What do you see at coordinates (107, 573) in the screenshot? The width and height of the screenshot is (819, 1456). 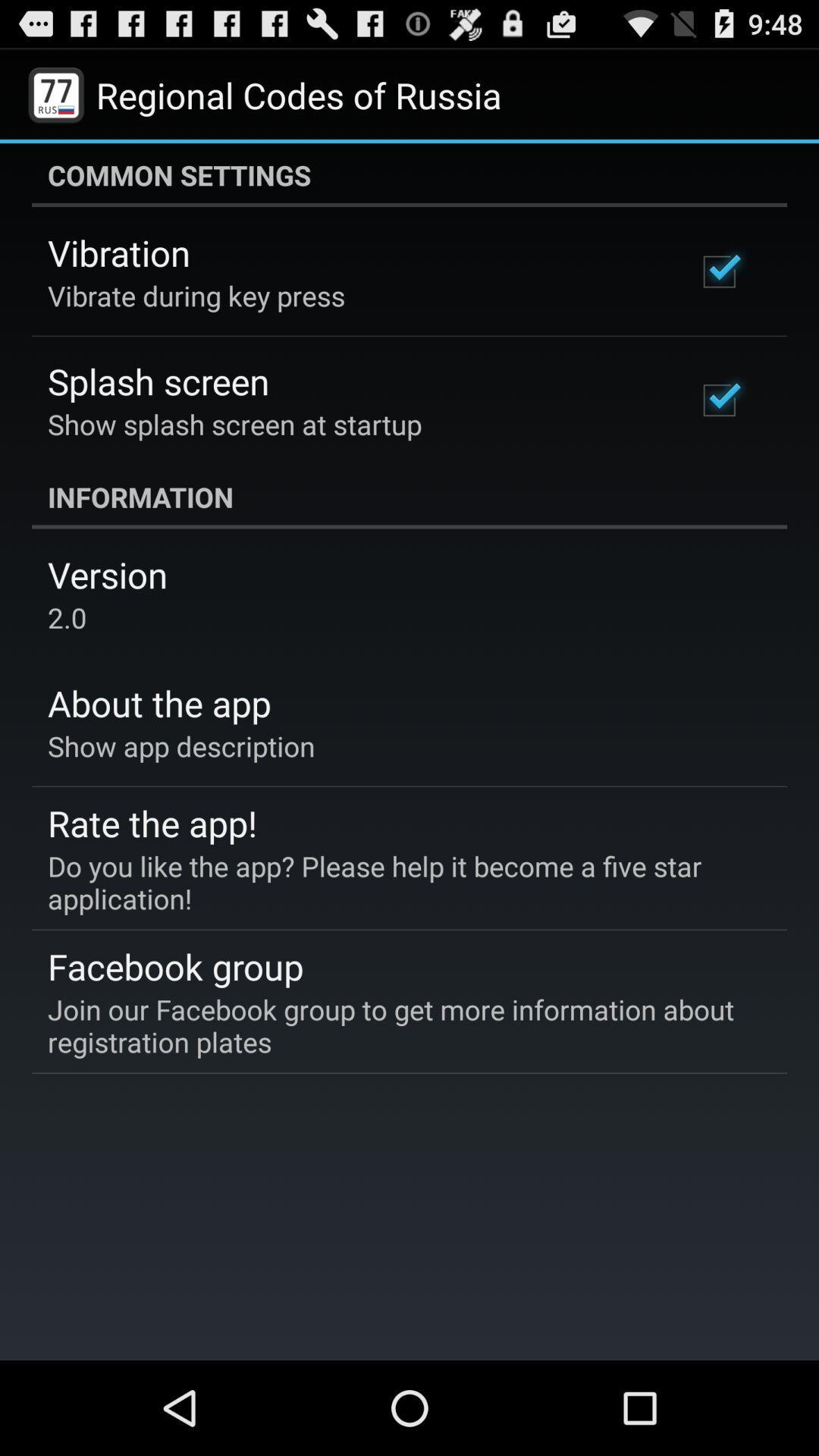 I see `the item above the 2.0 icon` at bounding box center [107, 573].